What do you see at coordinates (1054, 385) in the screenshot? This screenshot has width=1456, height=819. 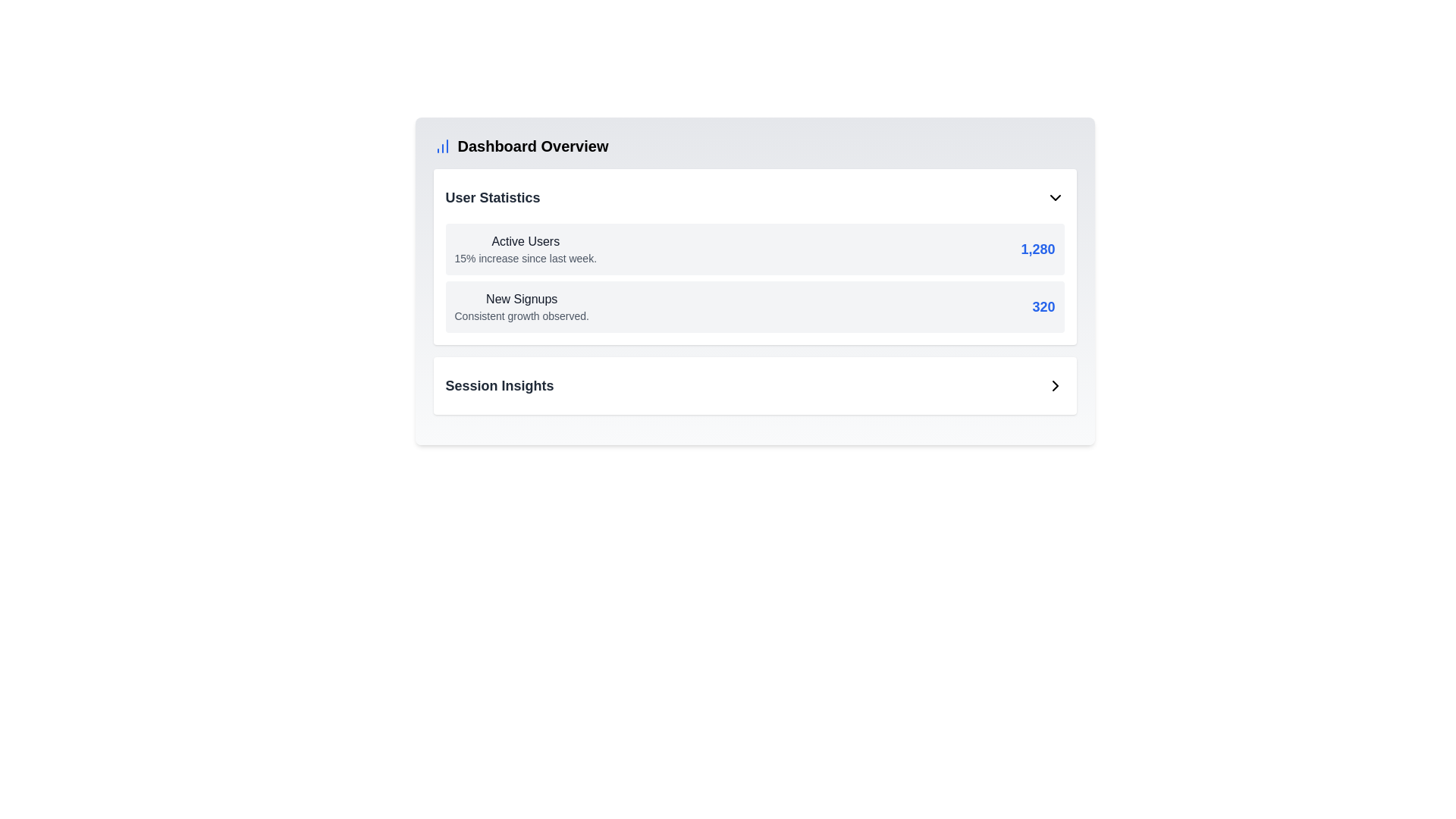 I see `the right-facing chevron arrow icon located in the bottom-right area of the 'Session Insights' card` at bounding box center [1054, 385].